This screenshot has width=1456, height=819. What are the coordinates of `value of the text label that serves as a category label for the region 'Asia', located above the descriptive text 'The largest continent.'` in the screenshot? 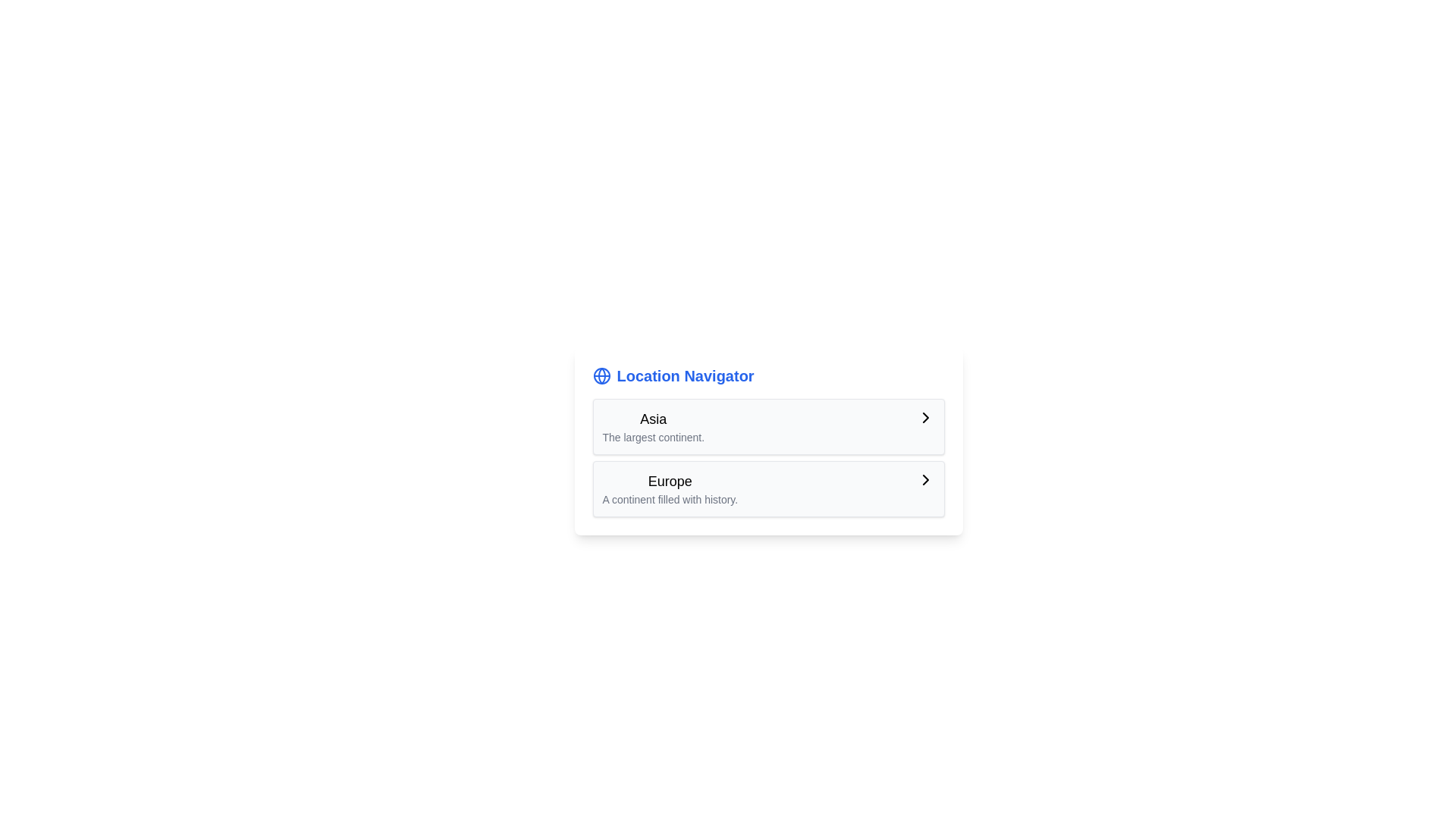 It's located at (653, 419).